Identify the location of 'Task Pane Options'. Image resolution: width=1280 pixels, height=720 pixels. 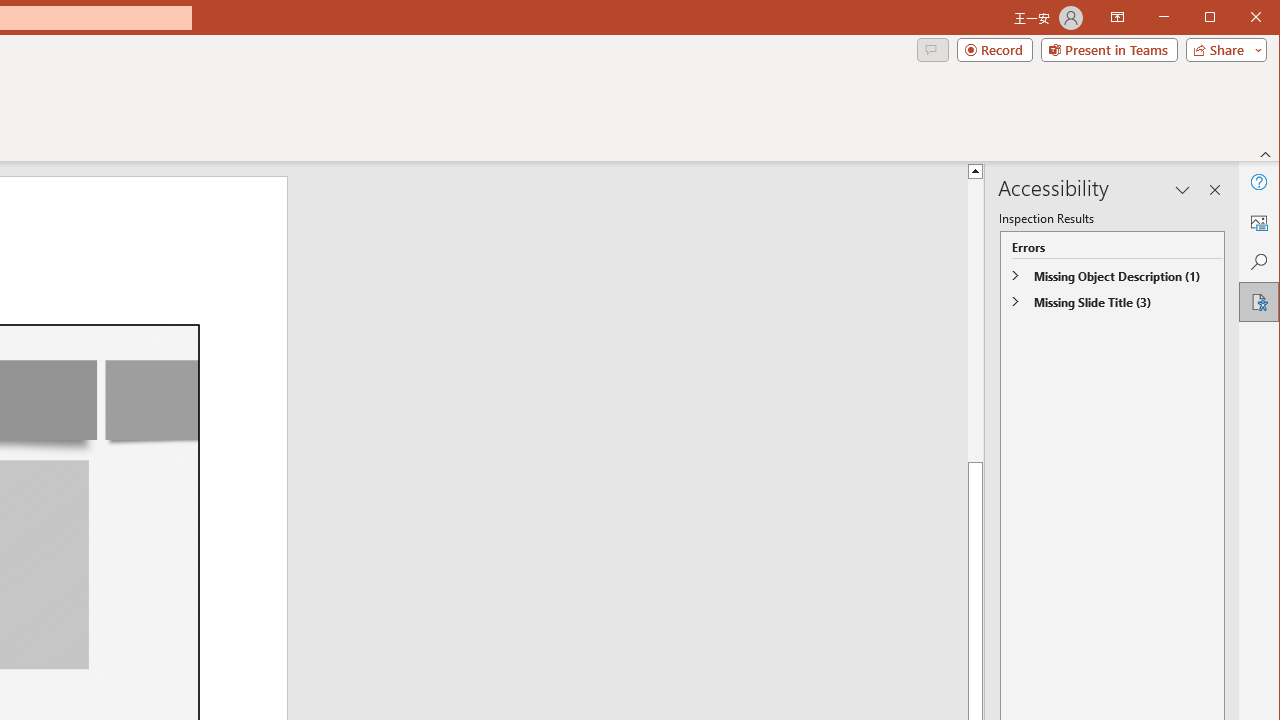
(1183, 190).